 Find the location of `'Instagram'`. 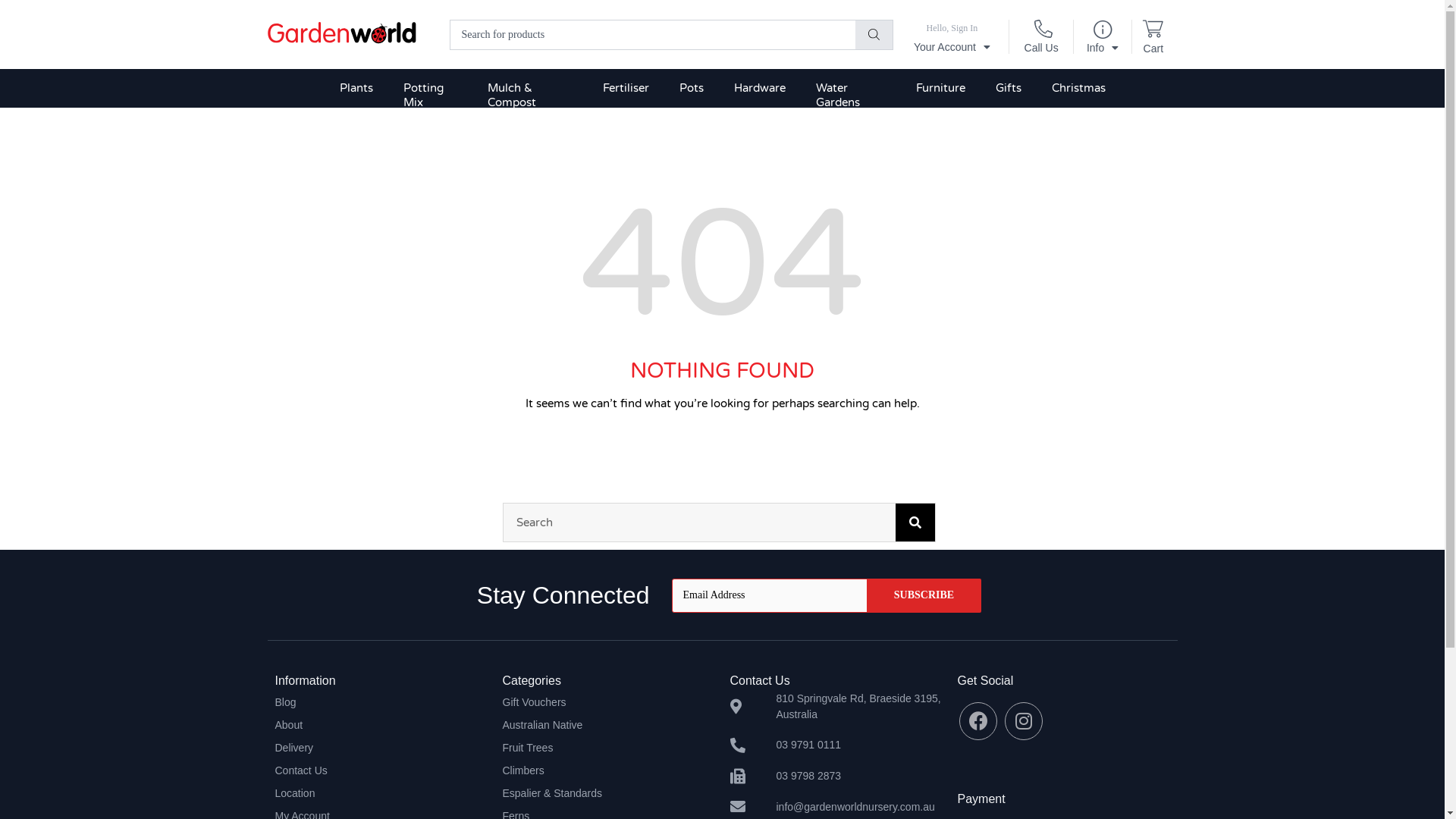

'Instagram' is located at coordinates (1023, 720).